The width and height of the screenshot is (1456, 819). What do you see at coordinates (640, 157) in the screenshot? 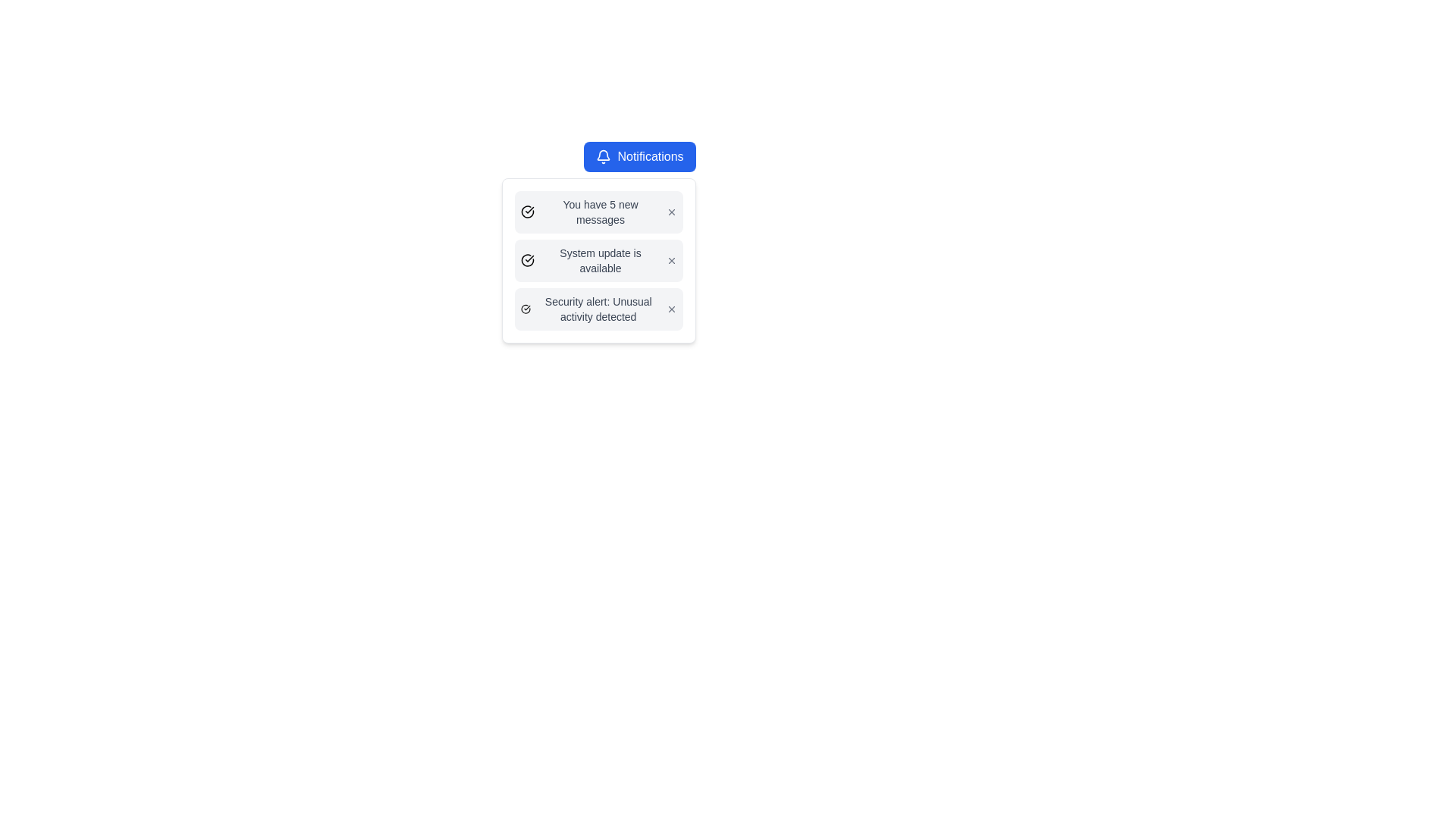
I see `the button located at the top-right corner of the notification card, which serves as the title for the notification section and can toggle the dropdown visibility` at bounding box center [640, 157].